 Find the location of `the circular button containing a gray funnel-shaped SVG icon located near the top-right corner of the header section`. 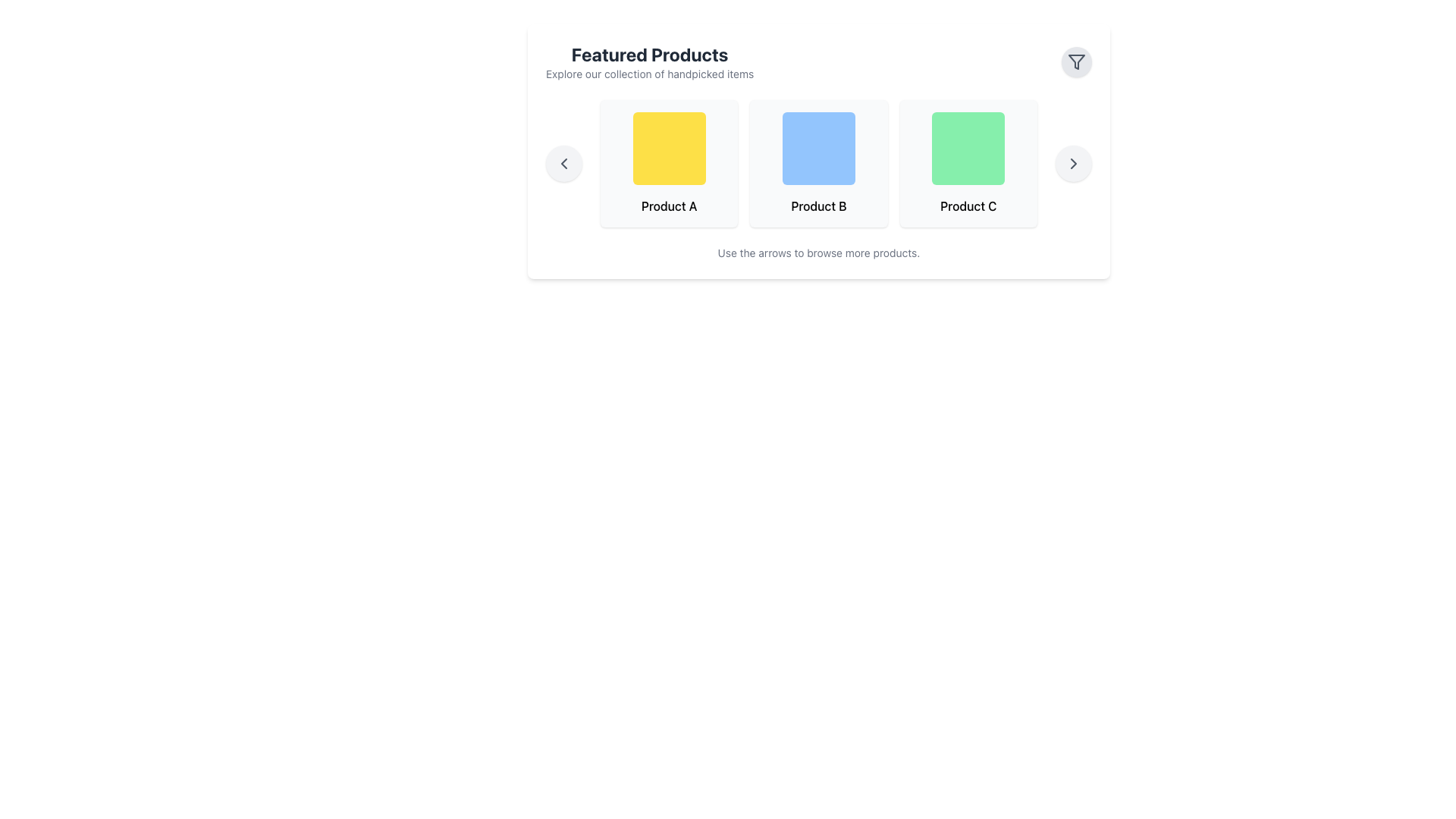

the circular button containing a gray funnel-shaped SVG icon located near the top-right corner of the header section is located at coordinates (1076, 61).